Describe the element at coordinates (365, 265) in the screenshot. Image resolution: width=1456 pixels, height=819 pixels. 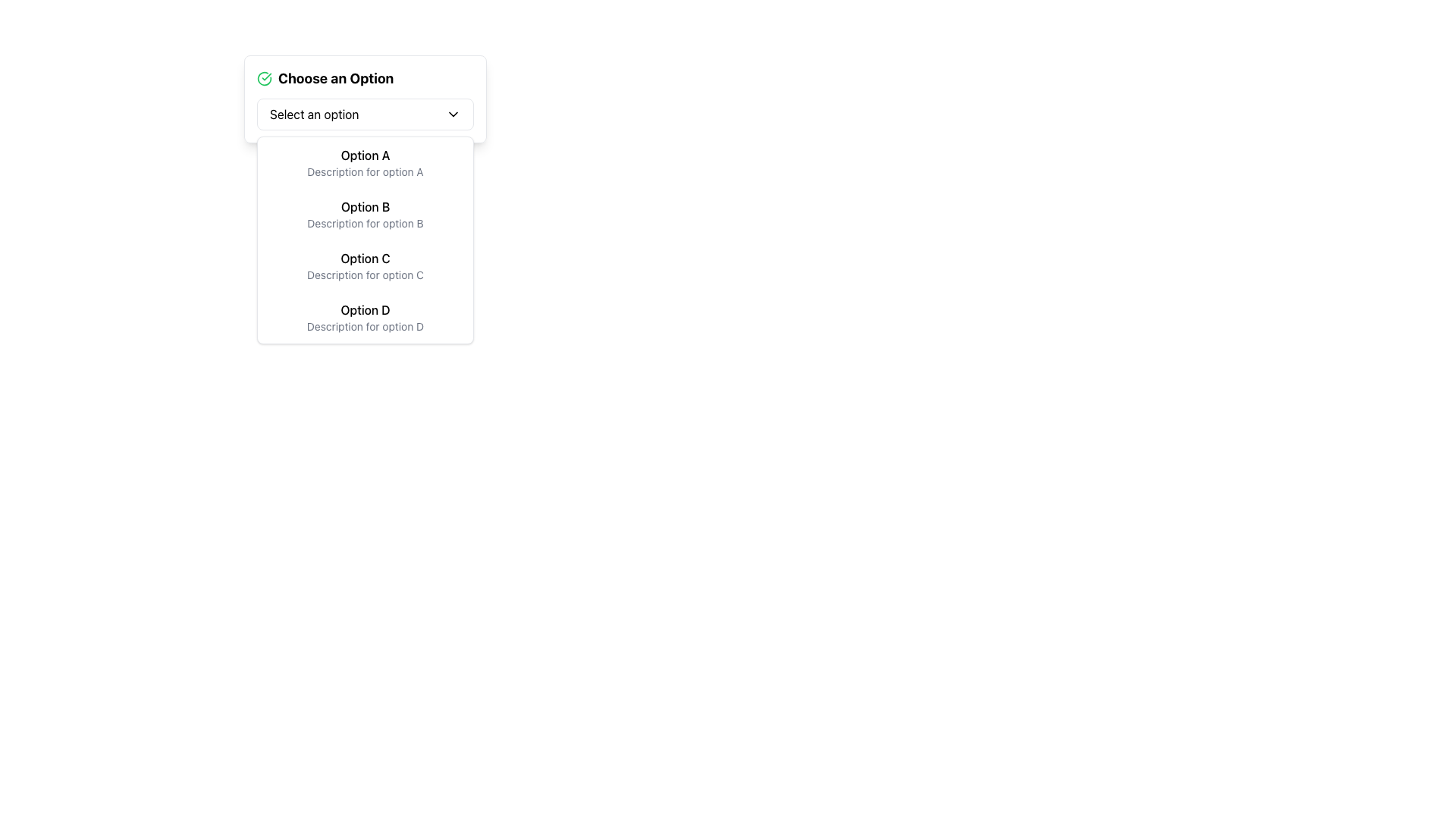
I see `the selectable list item labeled 'Option C' in the dropdown menu` at that location.